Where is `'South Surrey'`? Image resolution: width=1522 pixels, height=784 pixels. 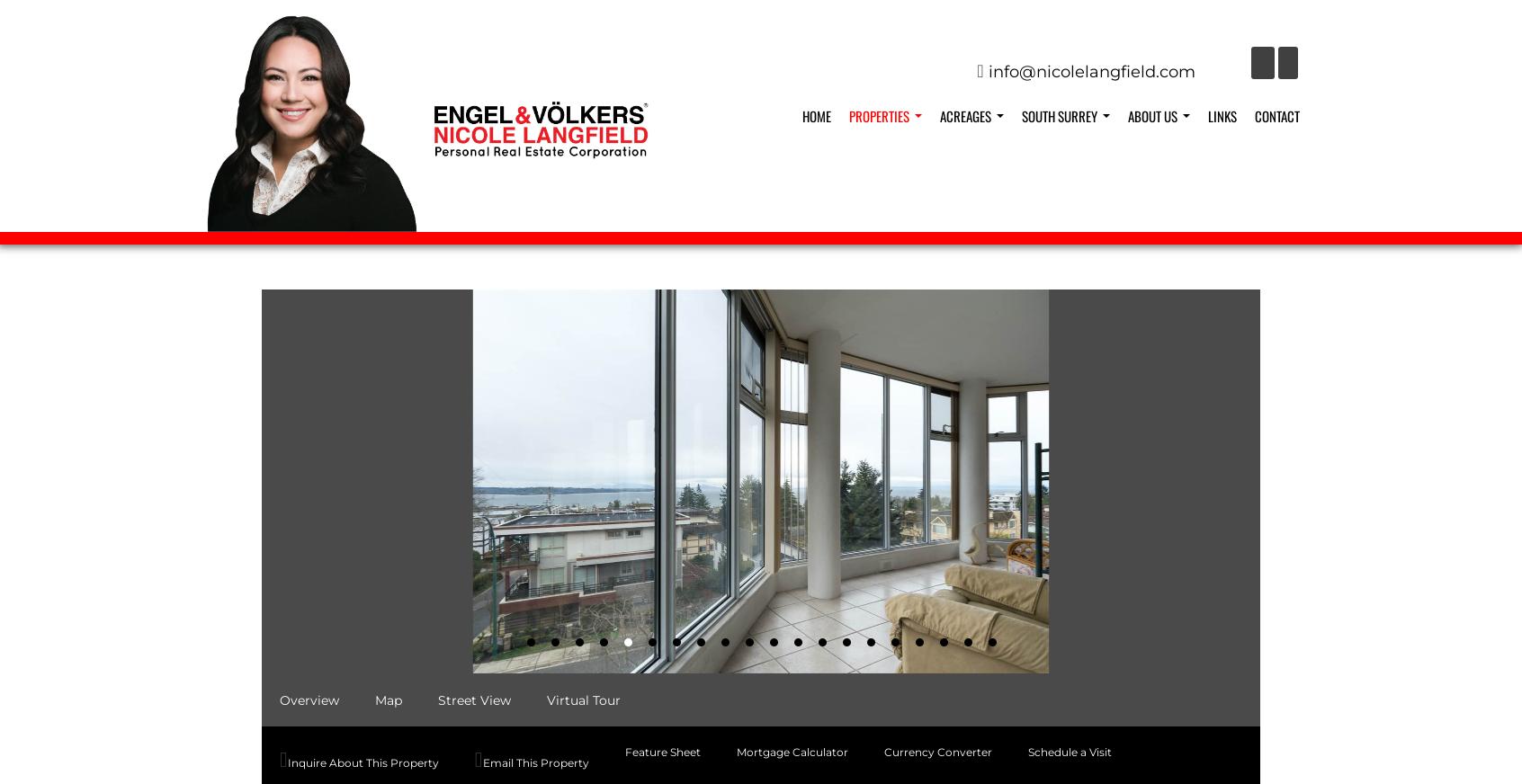
'South Surrey' is located at coordinates (1019, 115).